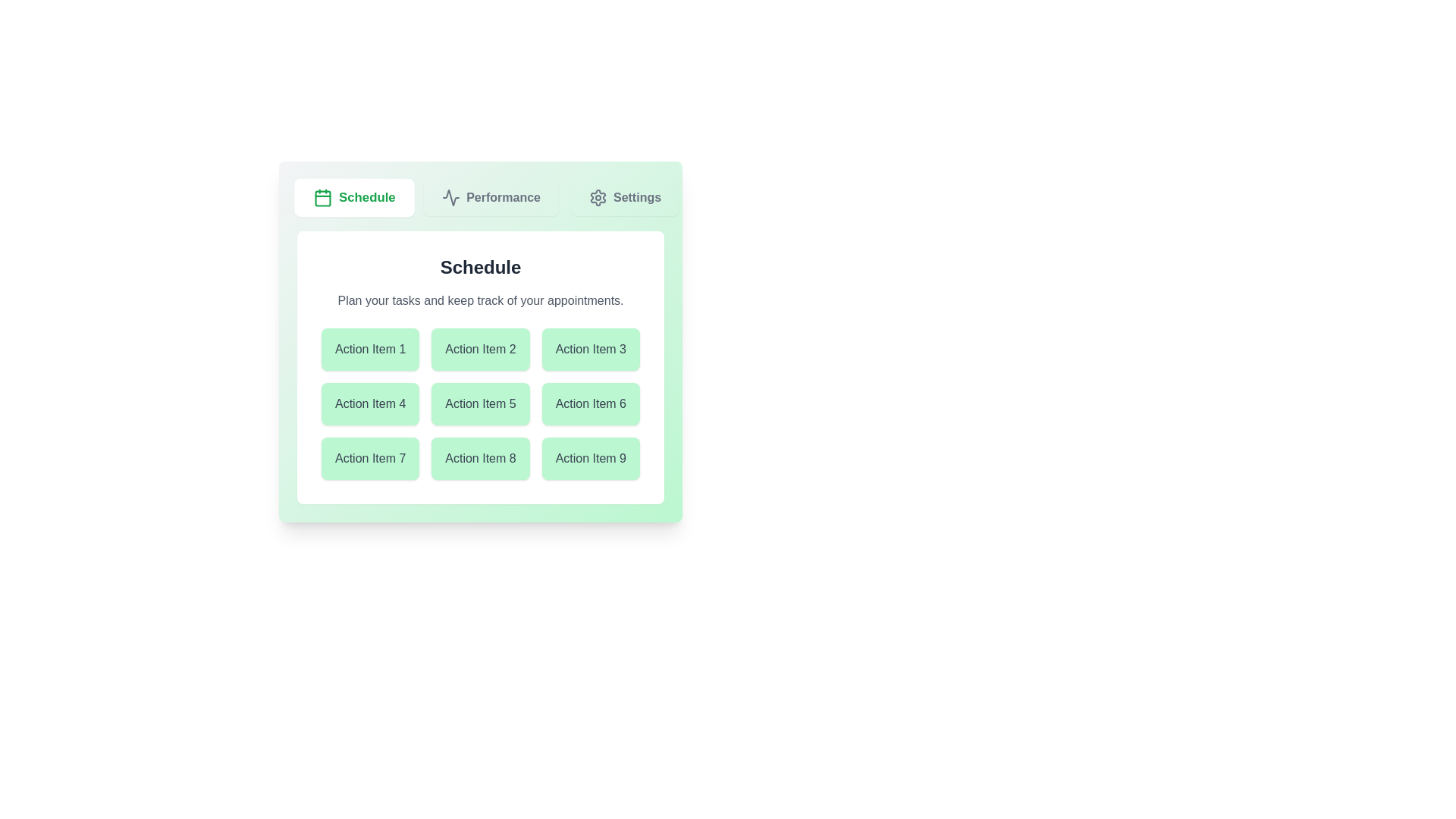 The height and width of the screenshot is (819, 1456). I want to click on the tab labeled Performance to preview its hover effect, so click(491, 197).